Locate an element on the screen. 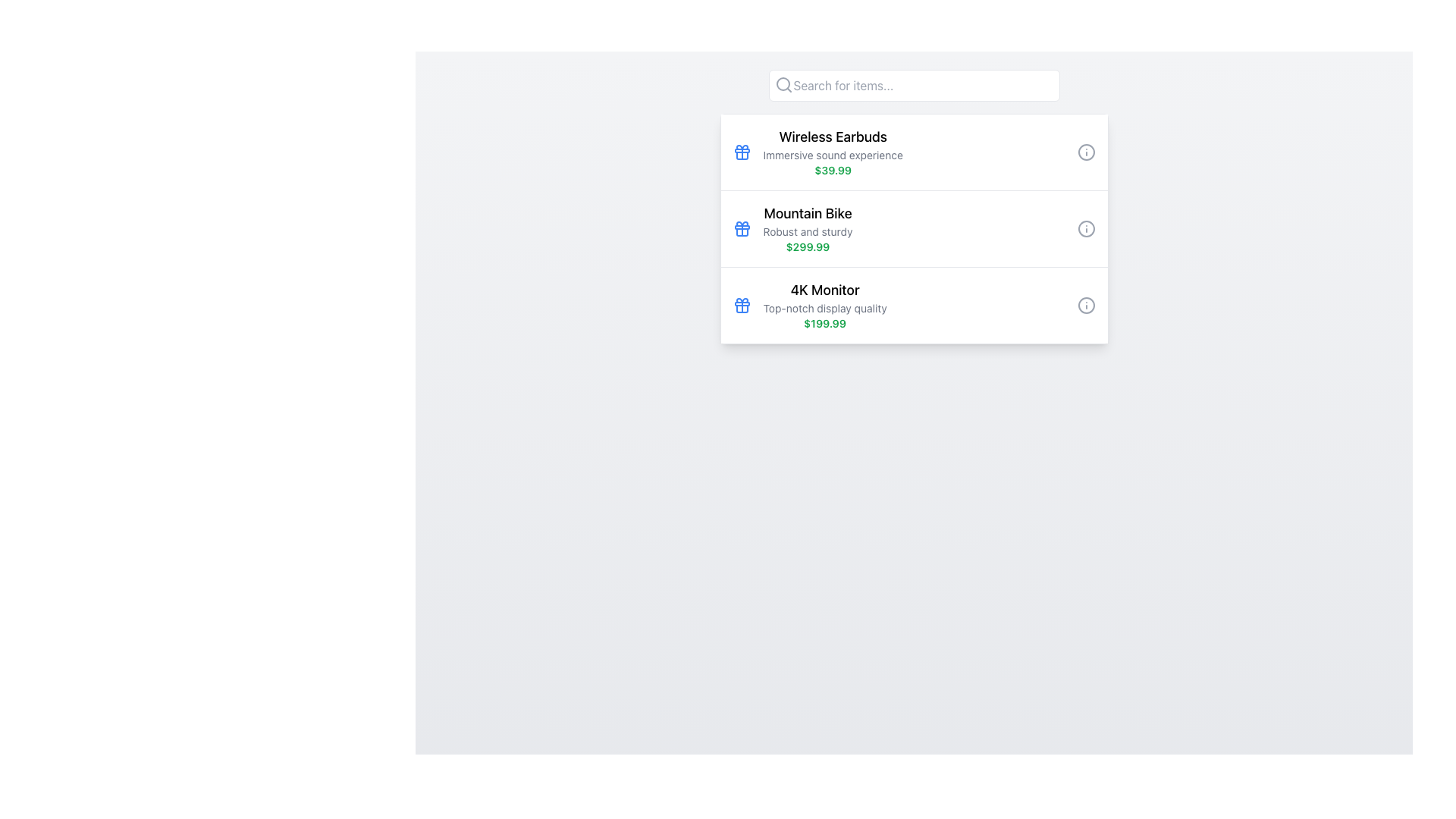 The width and height of the screenshot is (1456, 819). the SVG graphical element representing the magnifying lens in the top-left corner of the search input field is located at coordinates (783, 84).